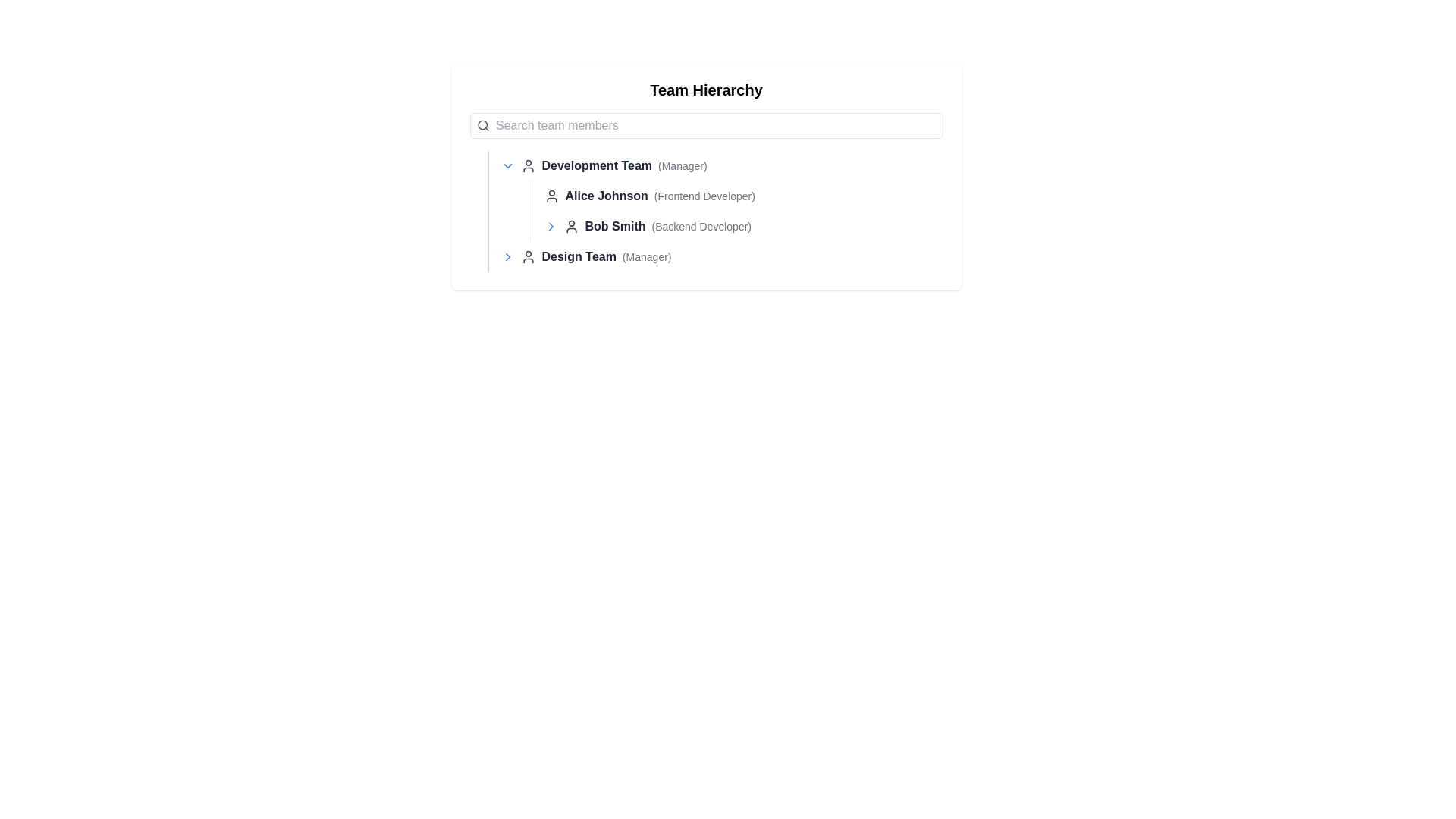  Describe the element at coordinates (720, 256) in the screenshot. I see `to select the team entry labeled 'Design Team (Manager)' in the 'Team Hierarchy' list` at that location.